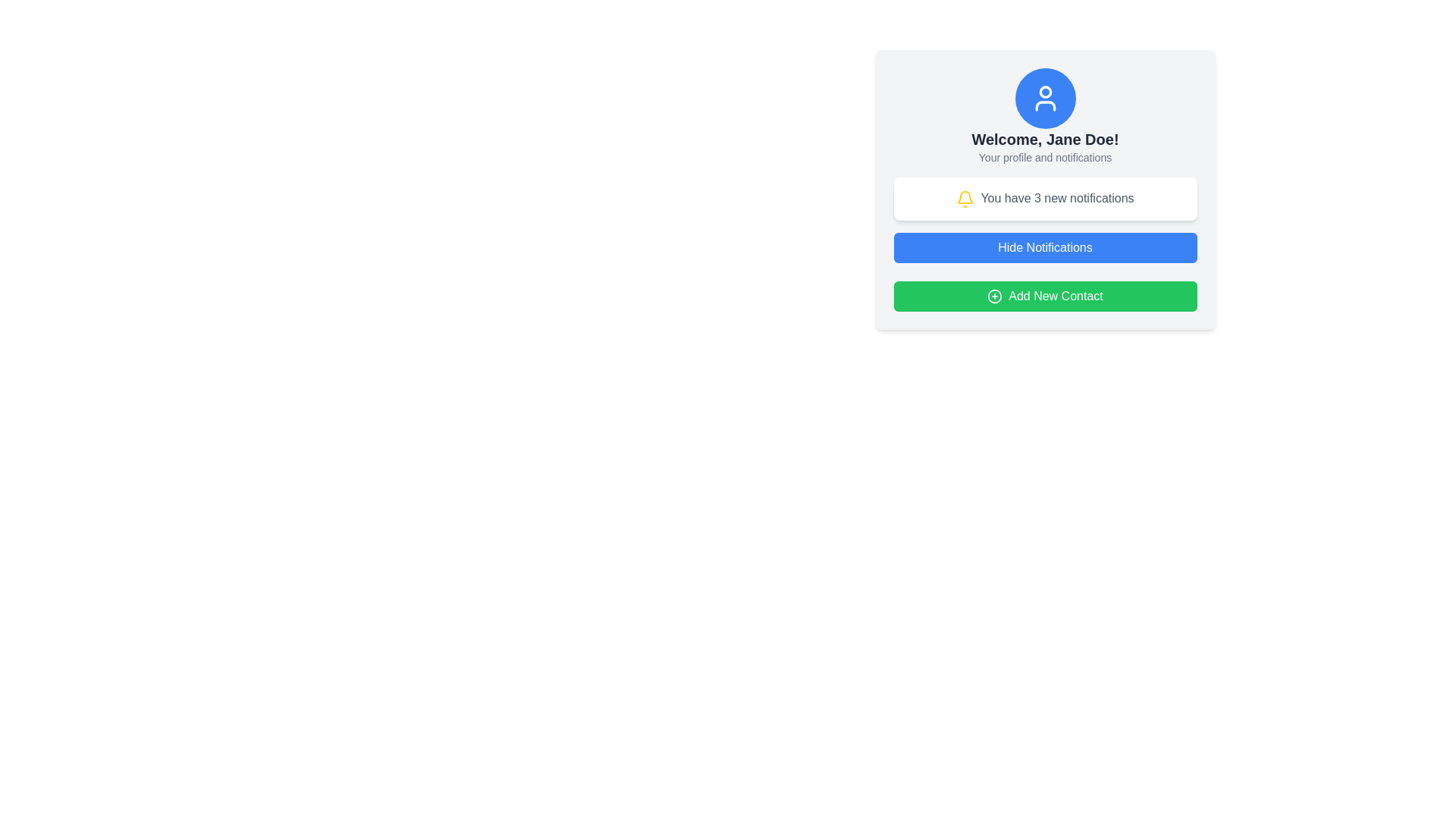 This screenshot has height=819, width=1456. Describe the element at coordinates (1044, 99) in the screenshot. I see `the profile icon located centrally within the blue circular button at the top of the panel for navigation purposes` at that location.